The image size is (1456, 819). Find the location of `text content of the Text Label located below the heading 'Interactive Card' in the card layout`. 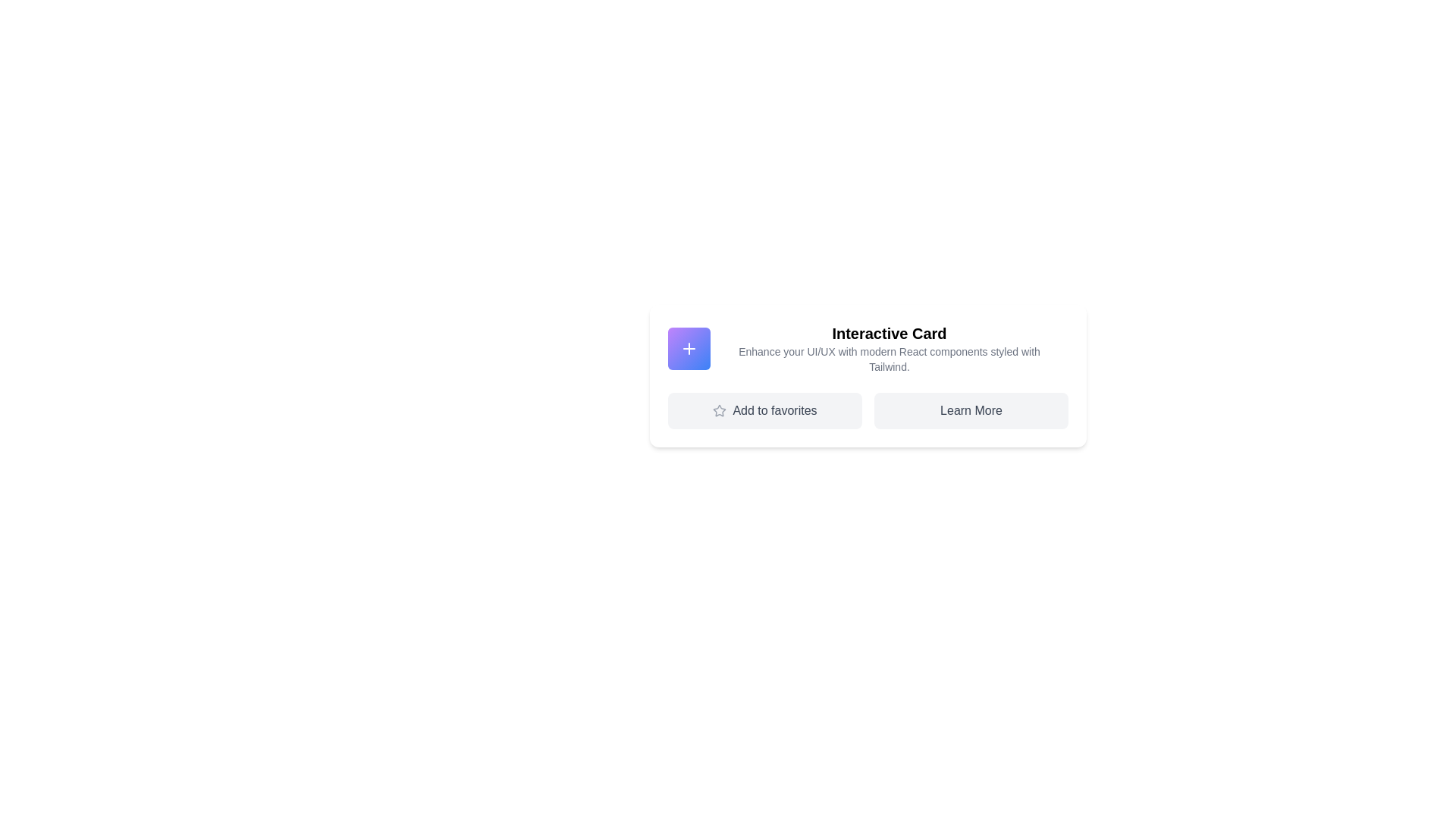

text content of the Text Label located below the heading 'Interactive Card' in the card layout is located at coordinates (889, 359).